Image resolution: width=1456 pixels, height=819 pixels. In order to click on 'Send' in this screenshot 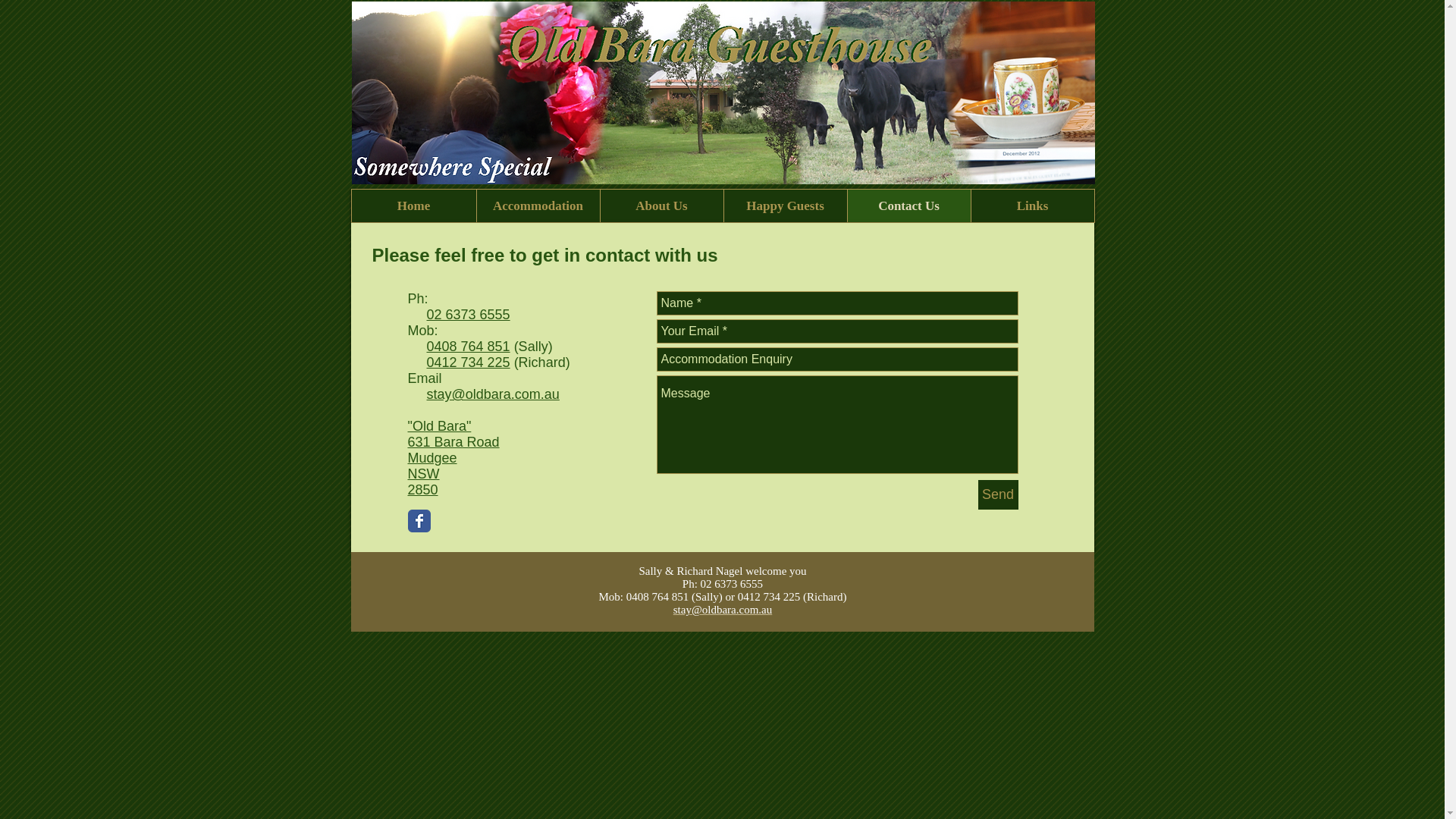, I will do `click(998, 494)`.